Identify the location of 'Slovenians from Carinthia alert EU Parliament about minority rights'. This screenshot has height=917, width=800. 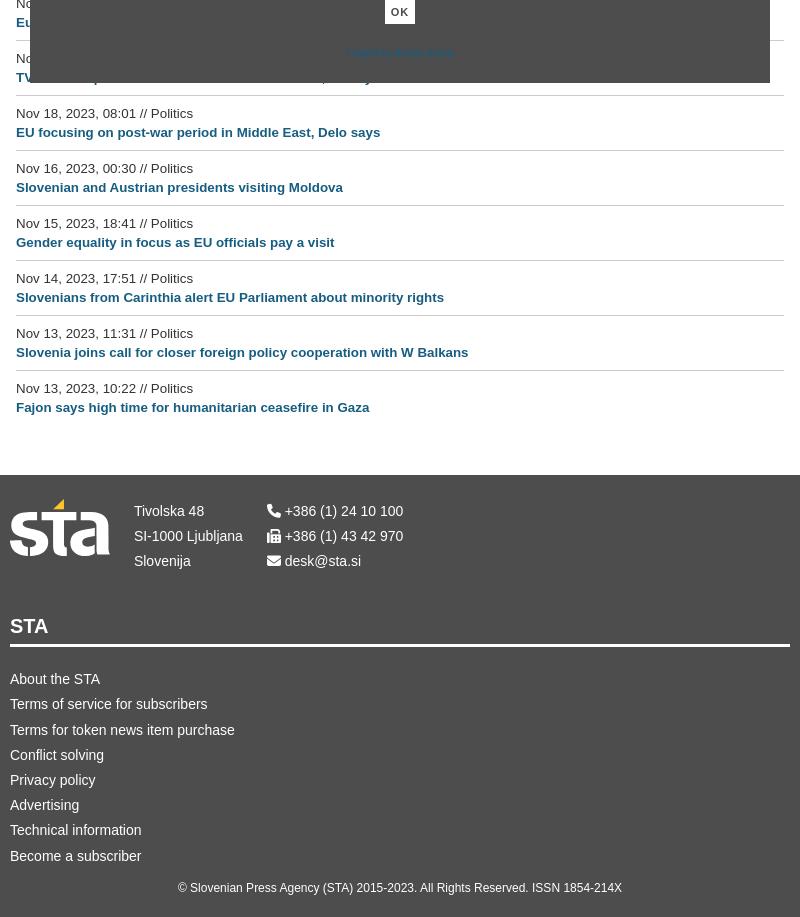
(229, 296).